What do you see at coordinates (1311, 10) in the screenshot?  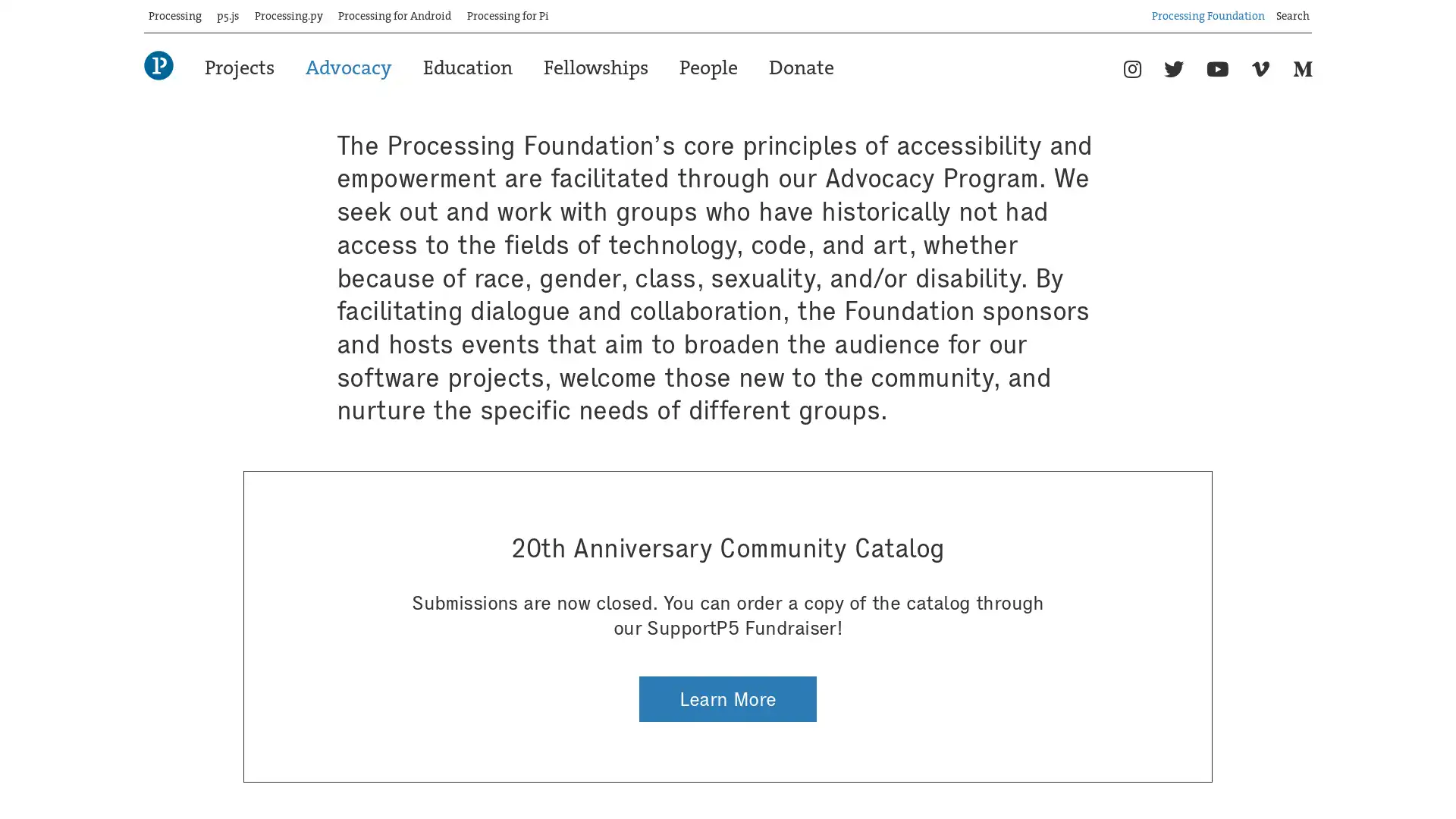 I see `Search` at bounding box center [1311, 10].